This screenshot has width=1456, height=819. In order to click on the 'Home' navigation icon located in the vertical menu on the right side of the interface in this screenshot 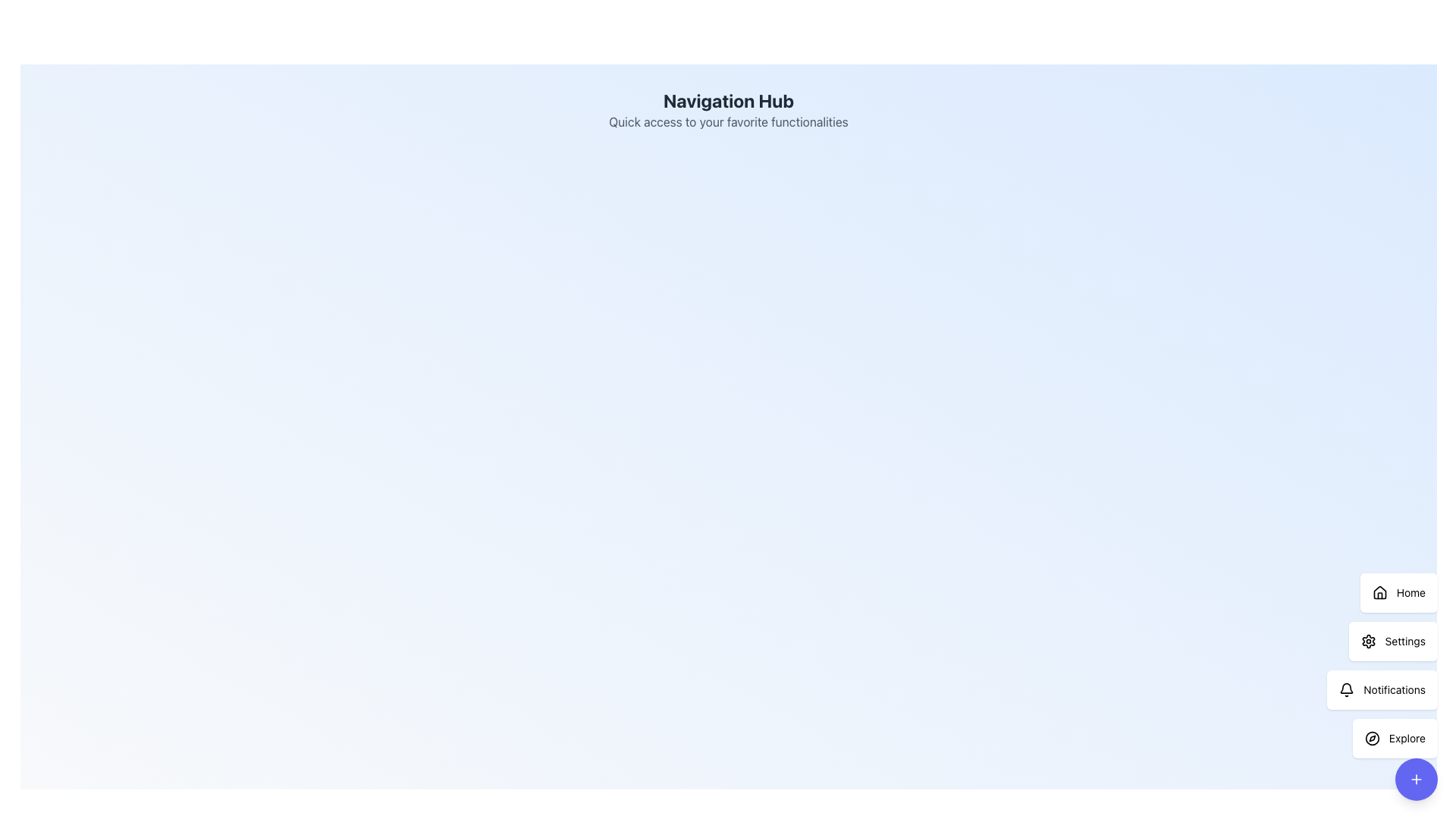, I will do `click(1379, 592)`.